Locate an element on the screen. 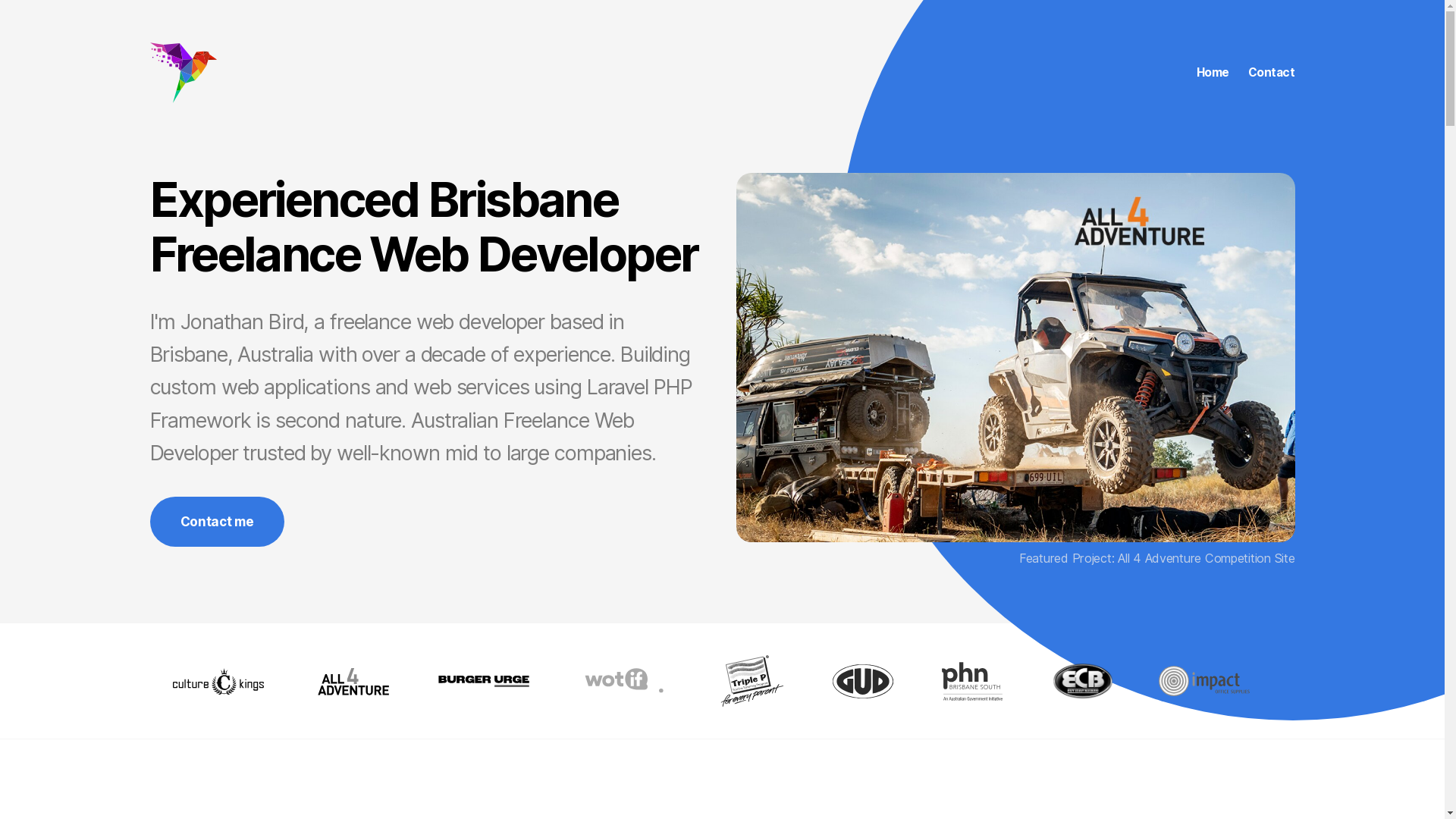 This screenshot has width=1456, height=819. 'Contact me' is located at coordinates (216, 520).